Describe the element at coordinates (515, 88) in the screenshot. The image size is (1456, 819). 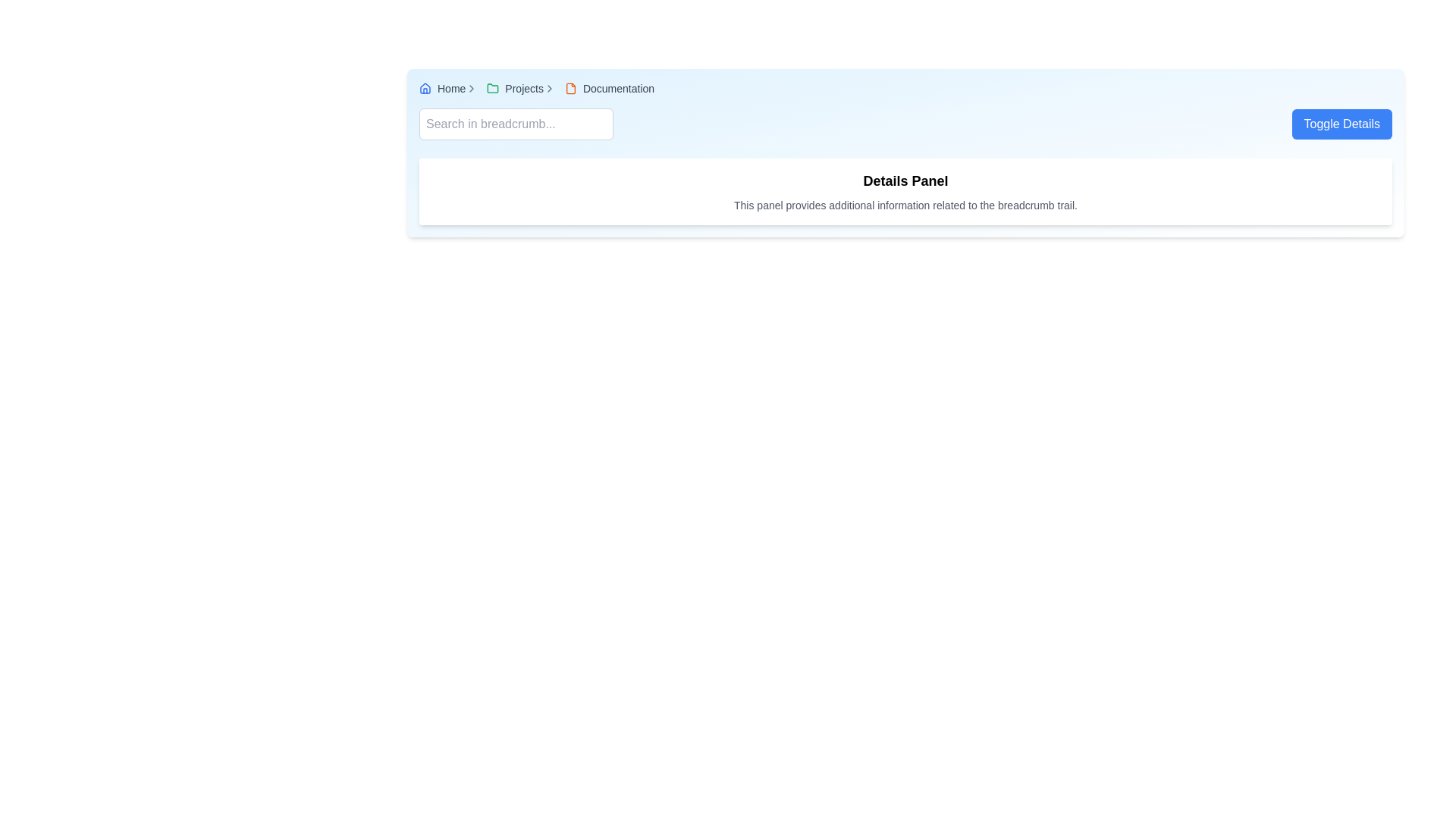
I see `the 'Projects' anchor link in the breadcrumb navigation bar` at that location.